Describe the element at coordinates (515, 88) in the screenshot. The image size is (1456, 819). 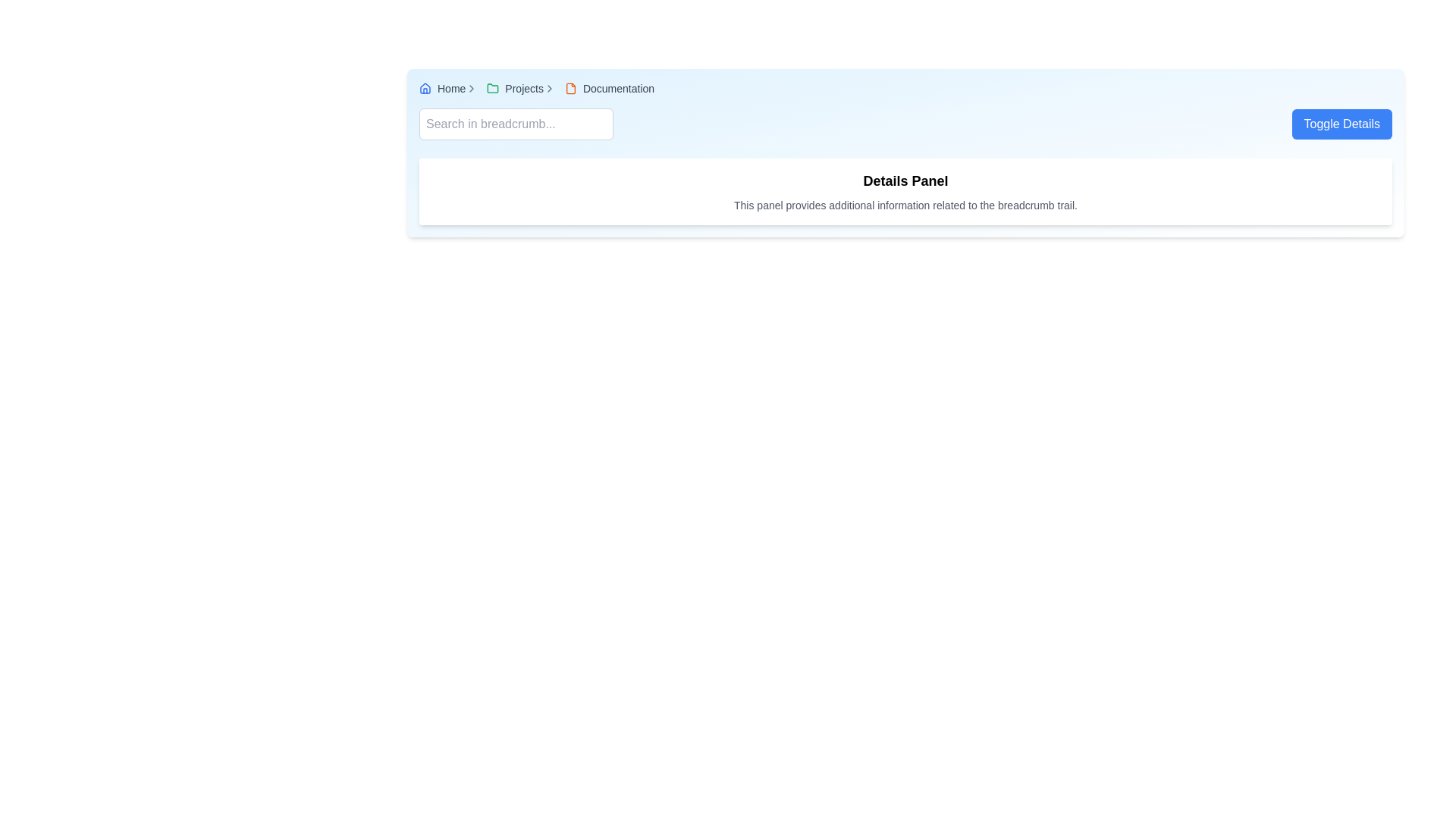
I see `the 'Projects' anchor link in the breadcrumb navigation bar` at that location.